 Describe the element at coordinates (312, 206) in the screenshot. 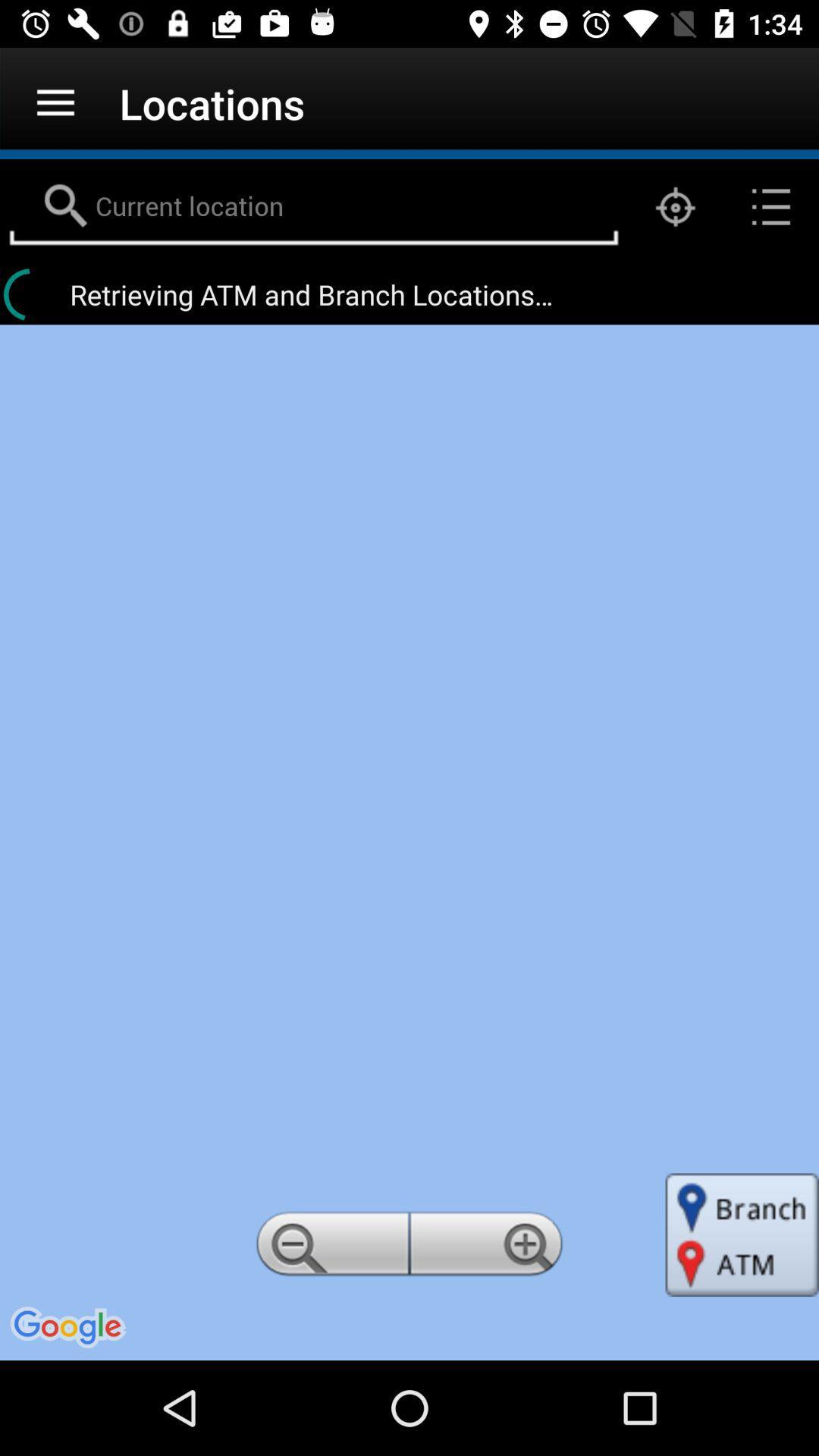

I see `ender the current location box` at that location.